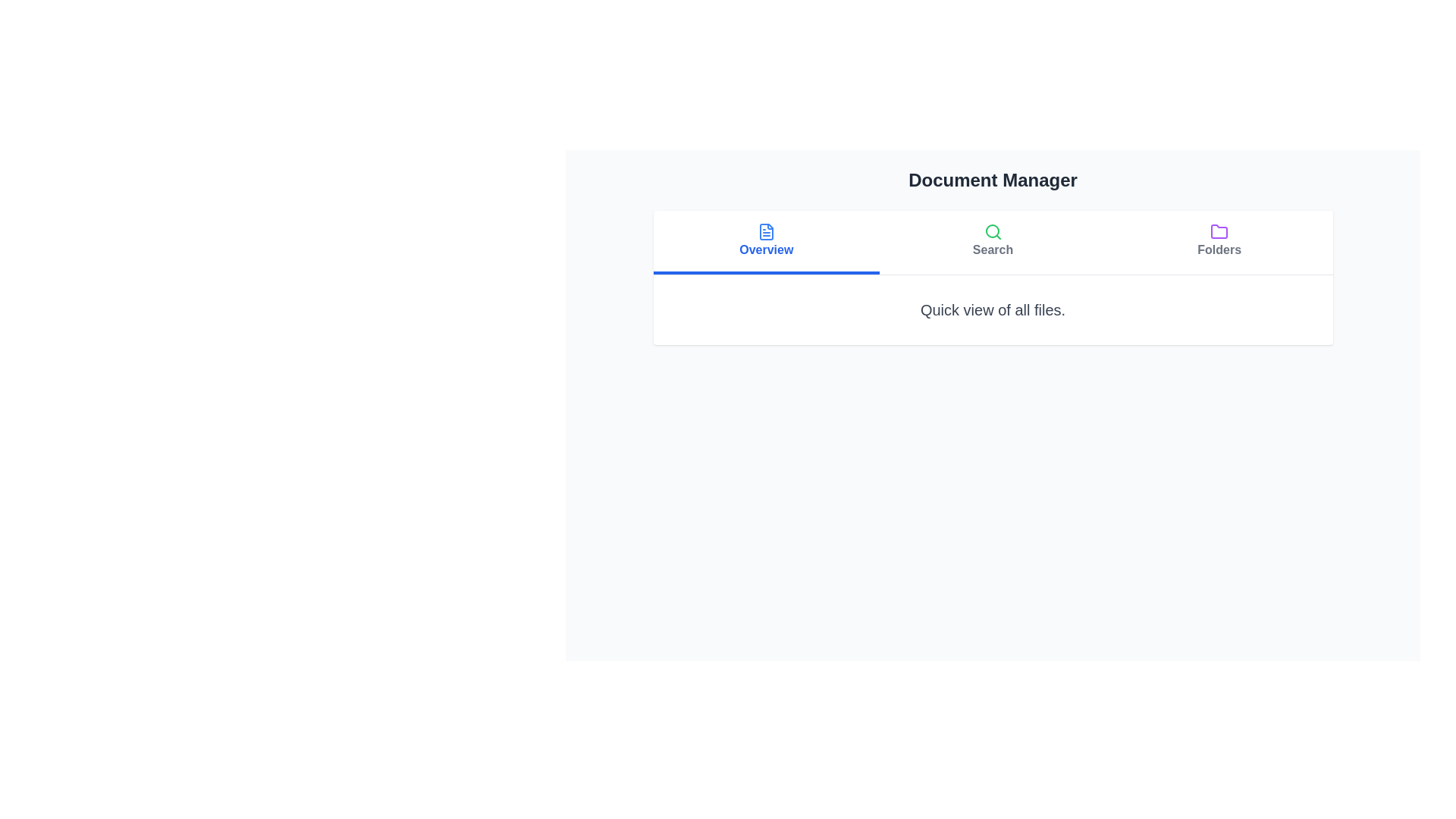 This screenshot has height=819, width=1456. Describe the element at coordinates (992, 231) in the screenshot. I see `the circular outline within the search icon` at that location.